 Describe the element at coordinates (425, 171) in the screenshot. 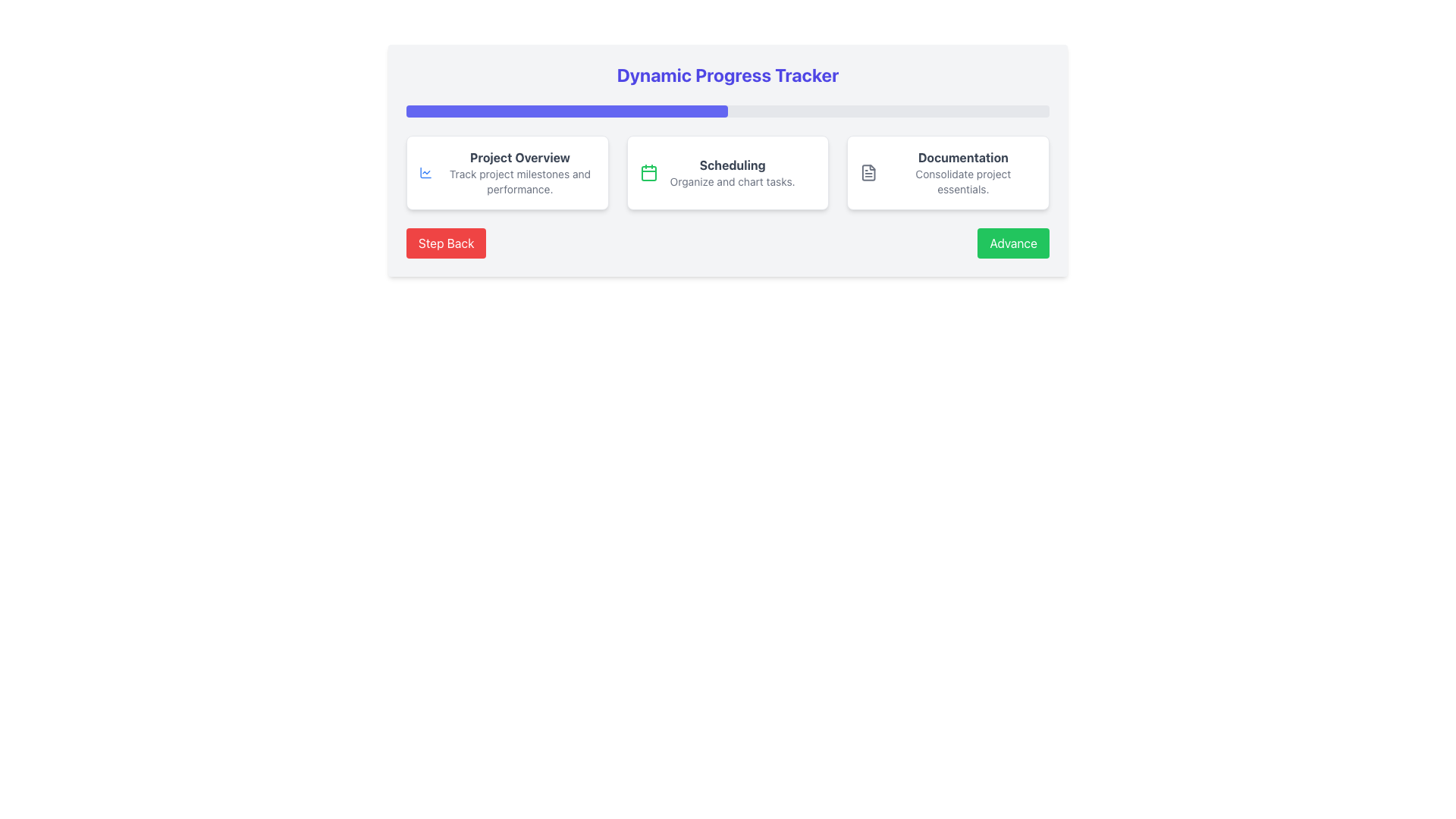

I see `the SVG graphic component segment located at the top-left of the 'Project Overview' card, which resembles a portion of a rectangular frame` at that location.